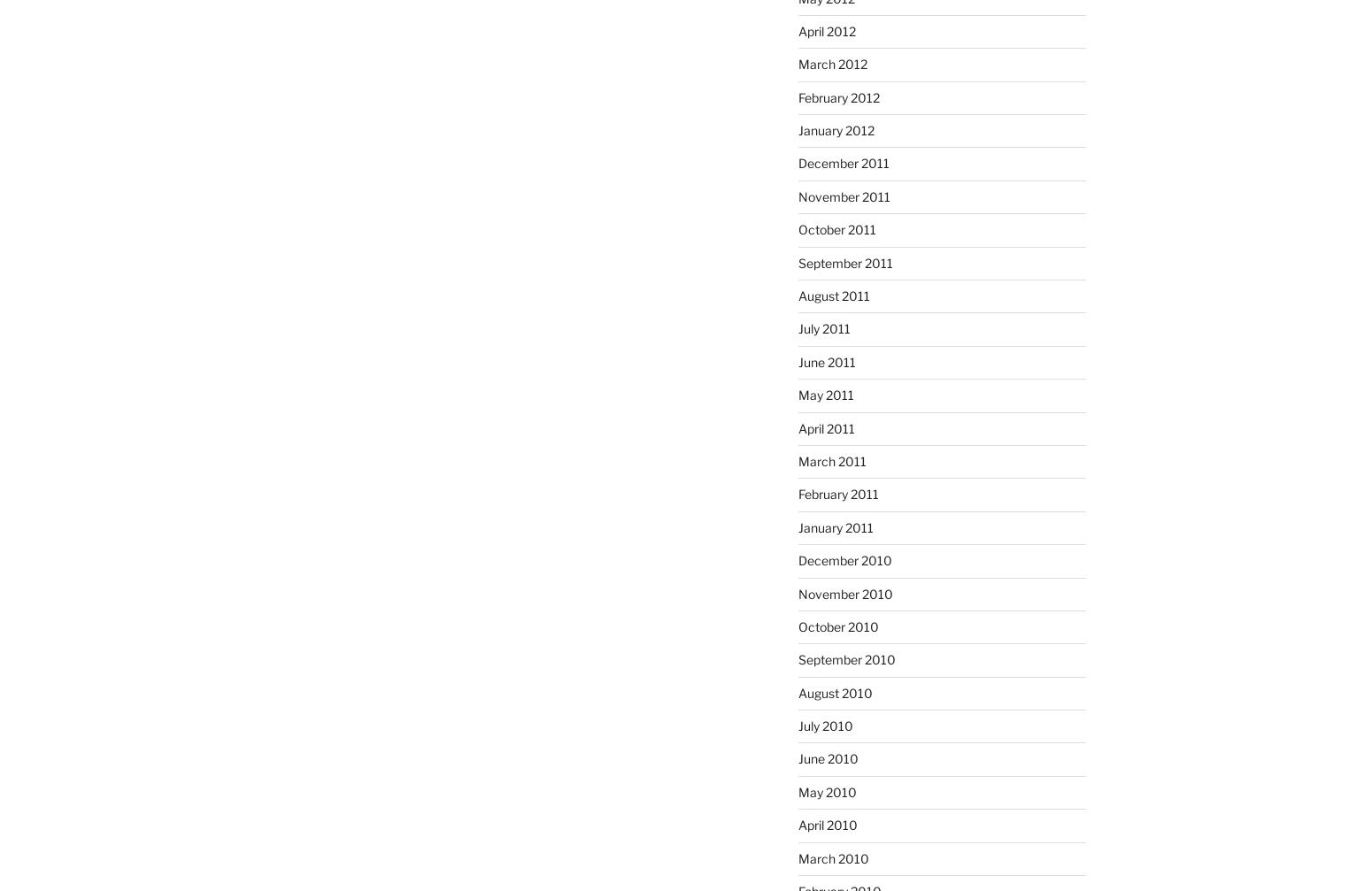 The image size is (1372, 891). What do you see at coordinates (844, 262) in the screenshot?
I see `'September 2011'` at bounding box center [844, 262].